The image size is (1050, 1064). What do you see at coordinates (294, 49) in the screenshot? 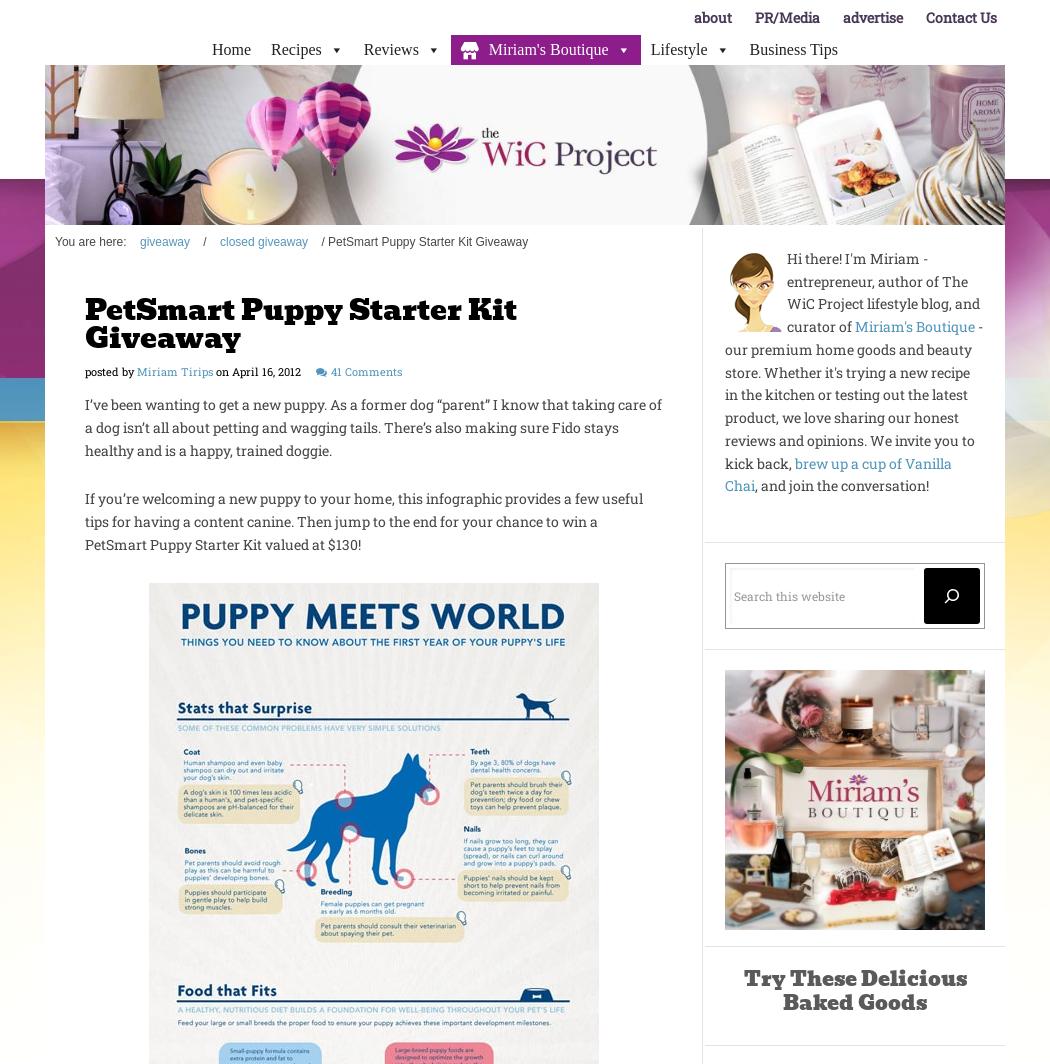
I see `'Recipes'` at bounding box center [294, 49].